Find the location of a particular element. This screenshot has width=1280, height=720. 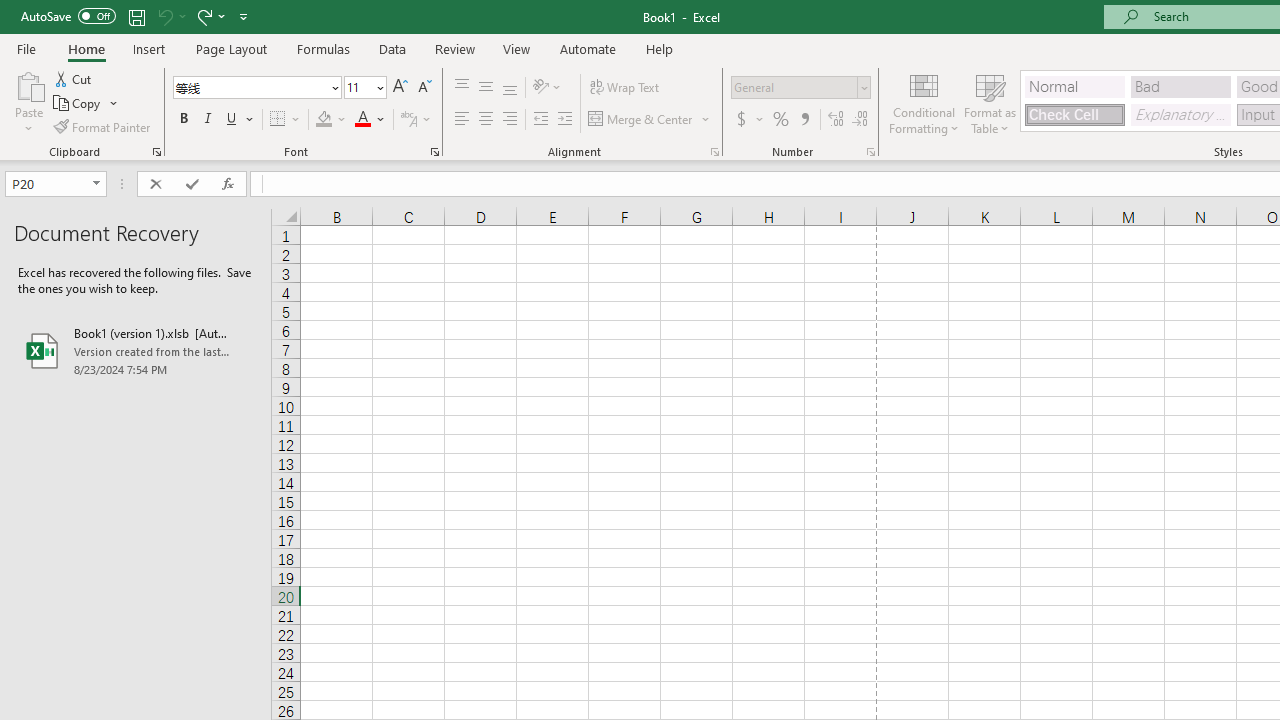

'Check Cell' is located at coordinates (1073, 114).